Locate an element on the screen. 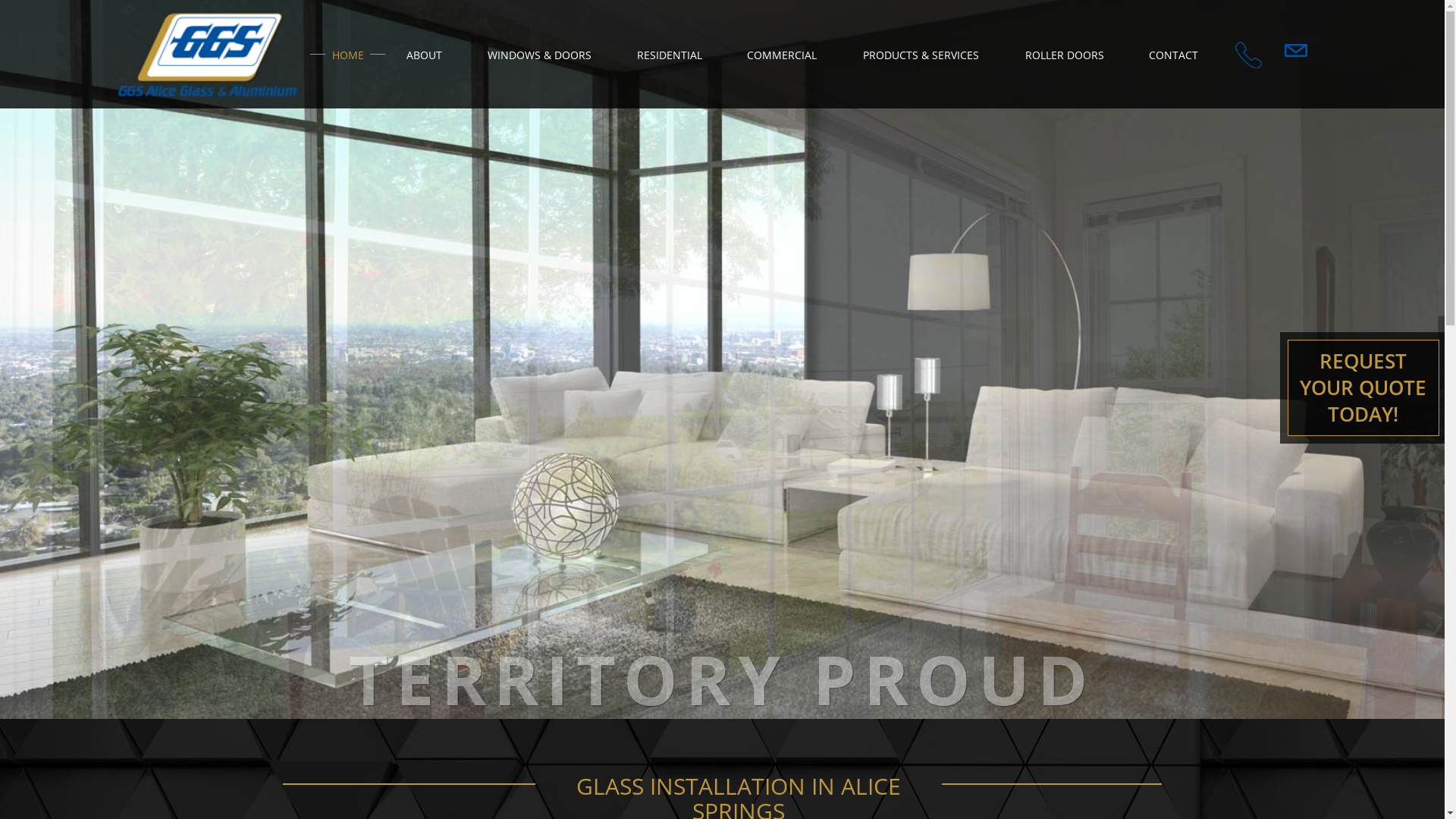 The width and height of the screenshot is (1456, 819). 'COMMERCIAL' is located at coordinates (782, 53).